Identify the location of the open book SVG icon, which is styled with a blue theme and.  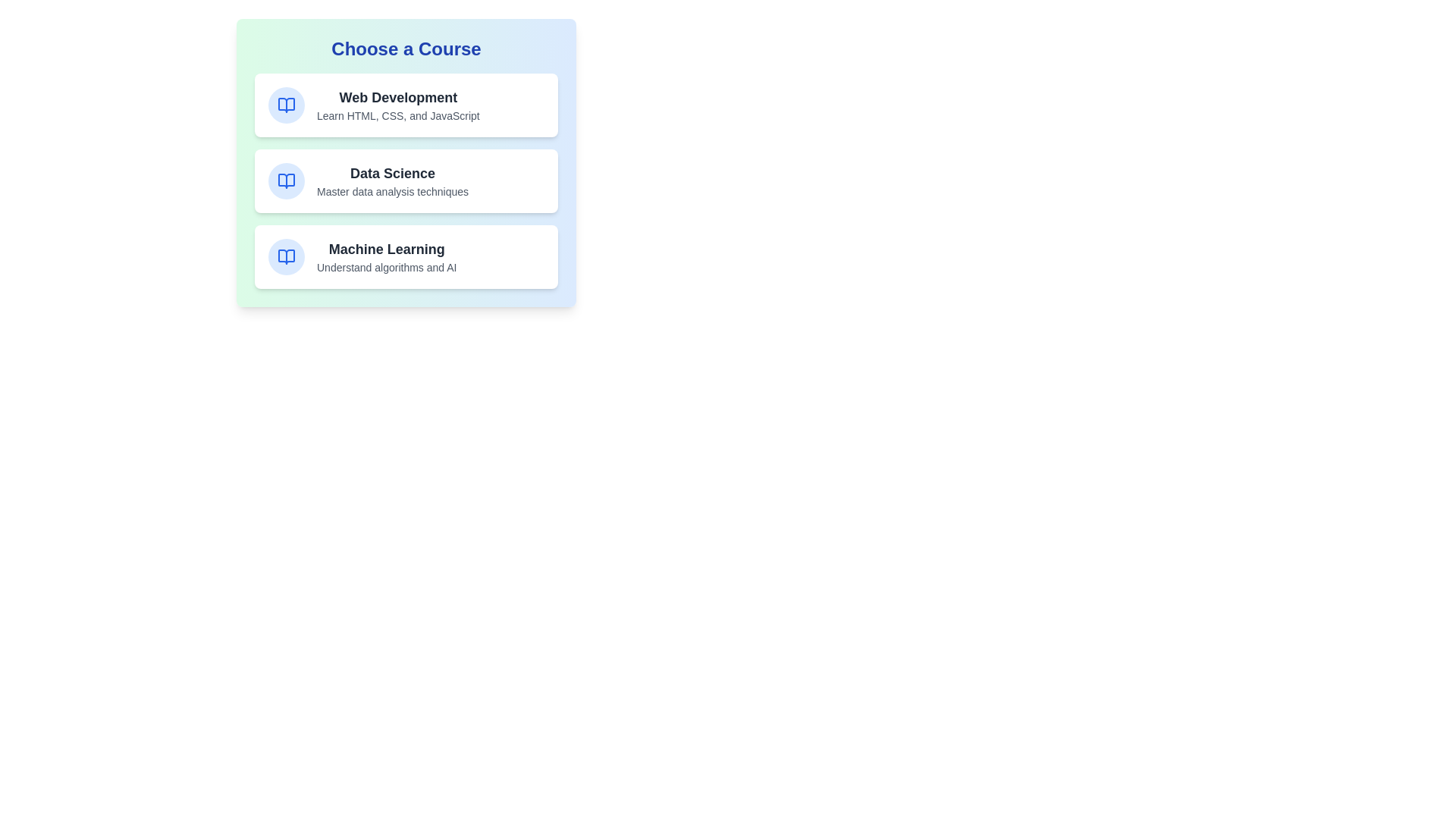
(287, 180).